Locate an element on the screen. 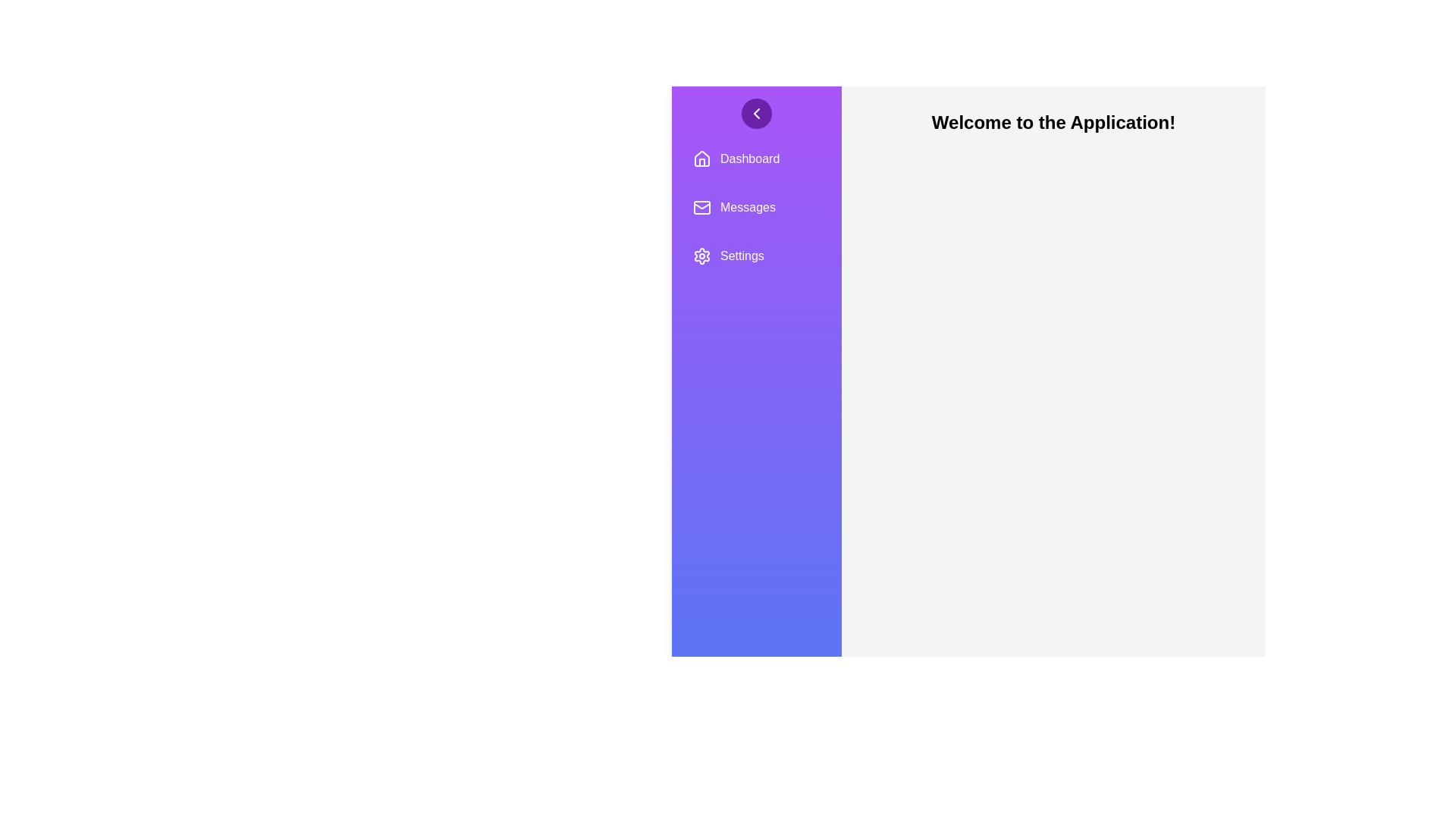 The height and width of the screenshot is (819, 1456). bold text 'Welcome to the Application!' prominently displayed in the top right section of the interface is located at coordinates (1053, 122).